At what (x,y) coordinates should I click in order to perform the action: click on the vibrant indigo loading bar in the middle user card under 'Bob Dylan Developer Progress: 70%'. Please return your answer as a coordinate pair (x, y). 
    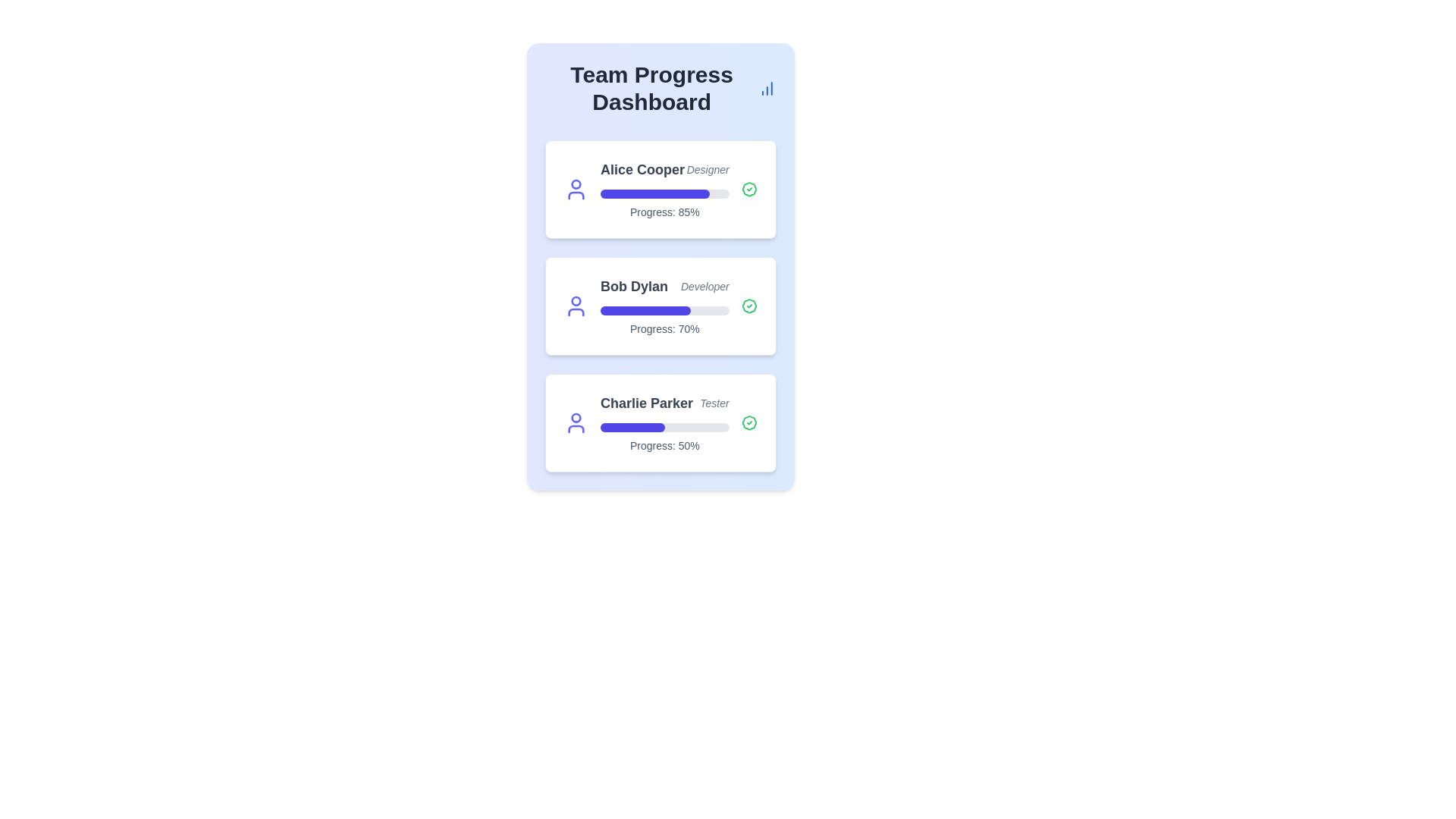
    Looking at the image, I should click on (645, 309).